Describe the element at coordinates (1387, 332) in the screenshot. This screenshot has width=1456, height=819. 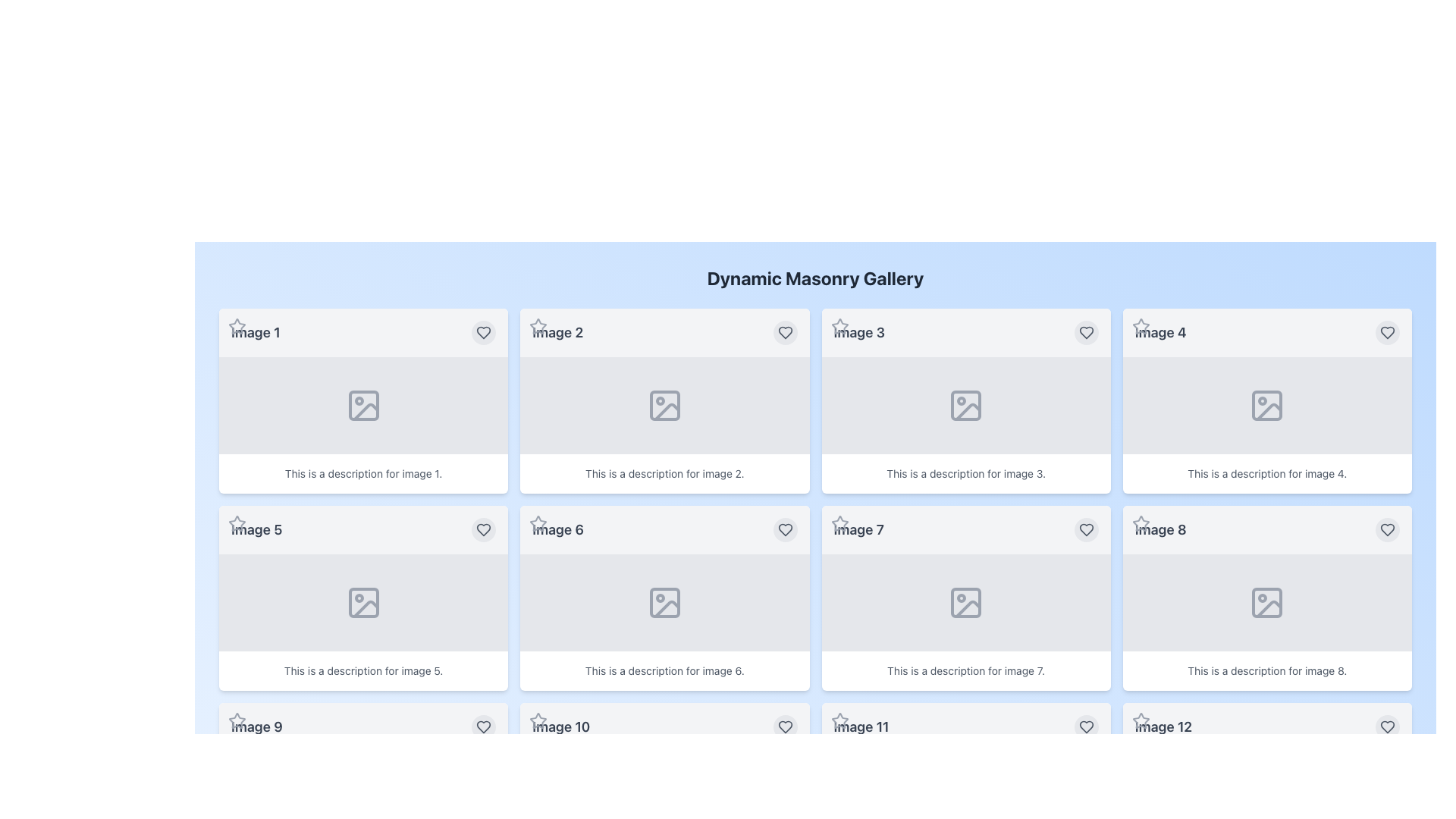
I see `the favorite icon button located in the upper-right corner of the 'Image 4' card in the 'Dynamic Masonry Gallery' to mark the associated item as a favorite` at that location.